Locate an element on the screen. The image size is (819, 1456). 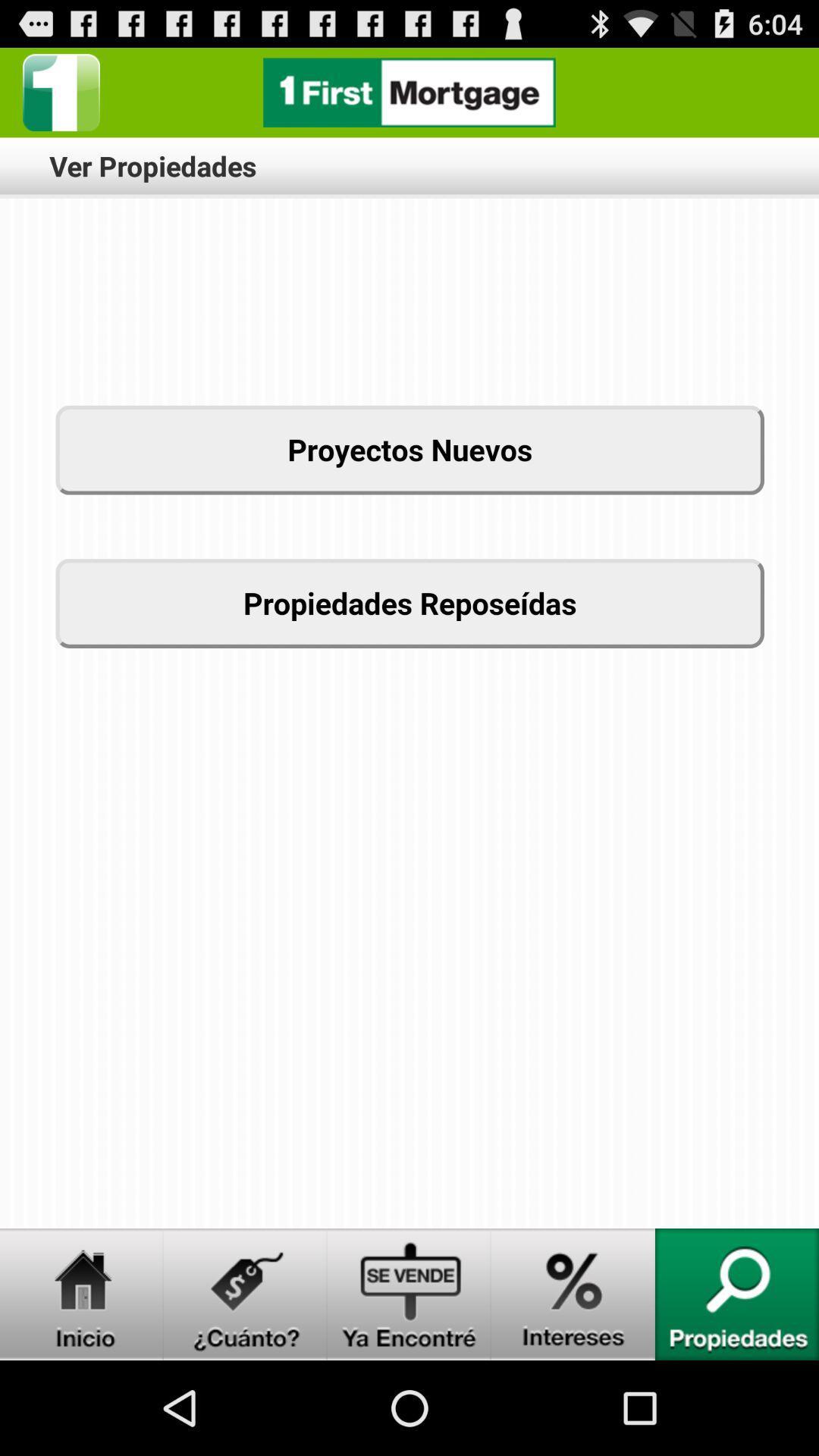
the label icon is located at coordinates (245, 1385).